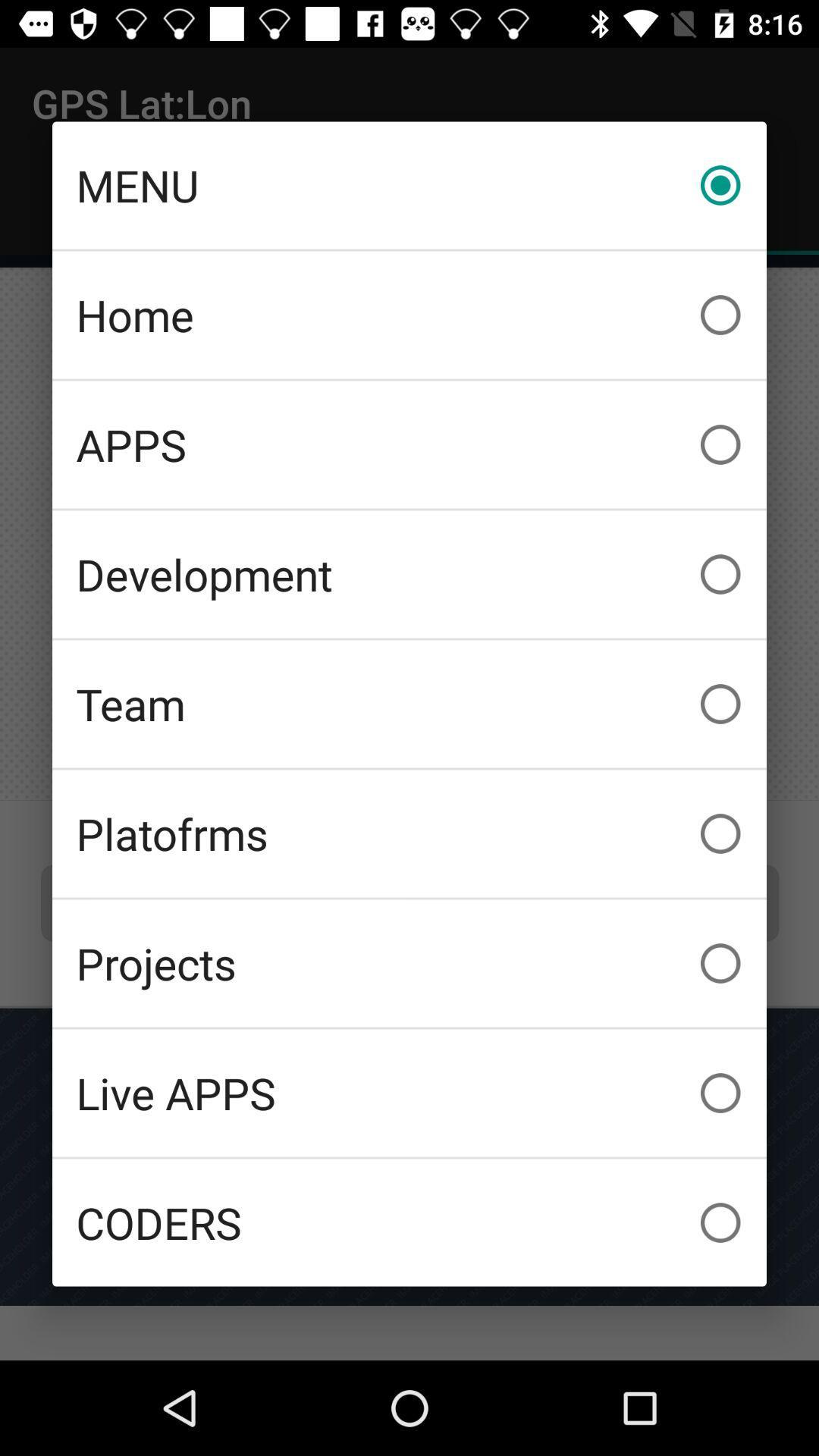 The height and width of the screenshot is (1456, 819). Describe the element at coordinates (409, 703) in the screenshot. I see `team item` at that location.